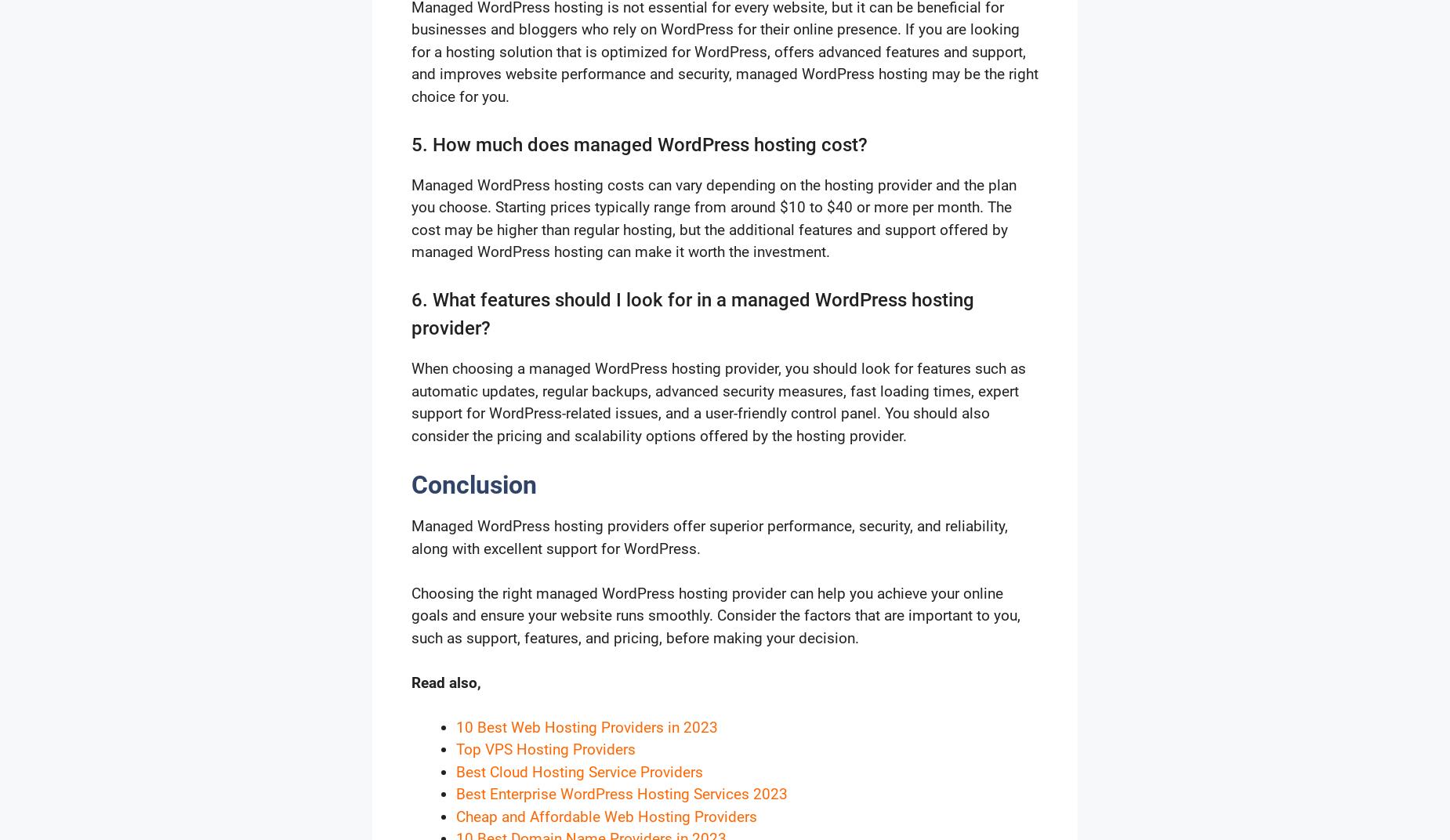  What do you see at coordinates (640, 143) in the screenshot?
I see `'5. How much does managed WordPress hosting cost?'` at bounding box center [640, 143].